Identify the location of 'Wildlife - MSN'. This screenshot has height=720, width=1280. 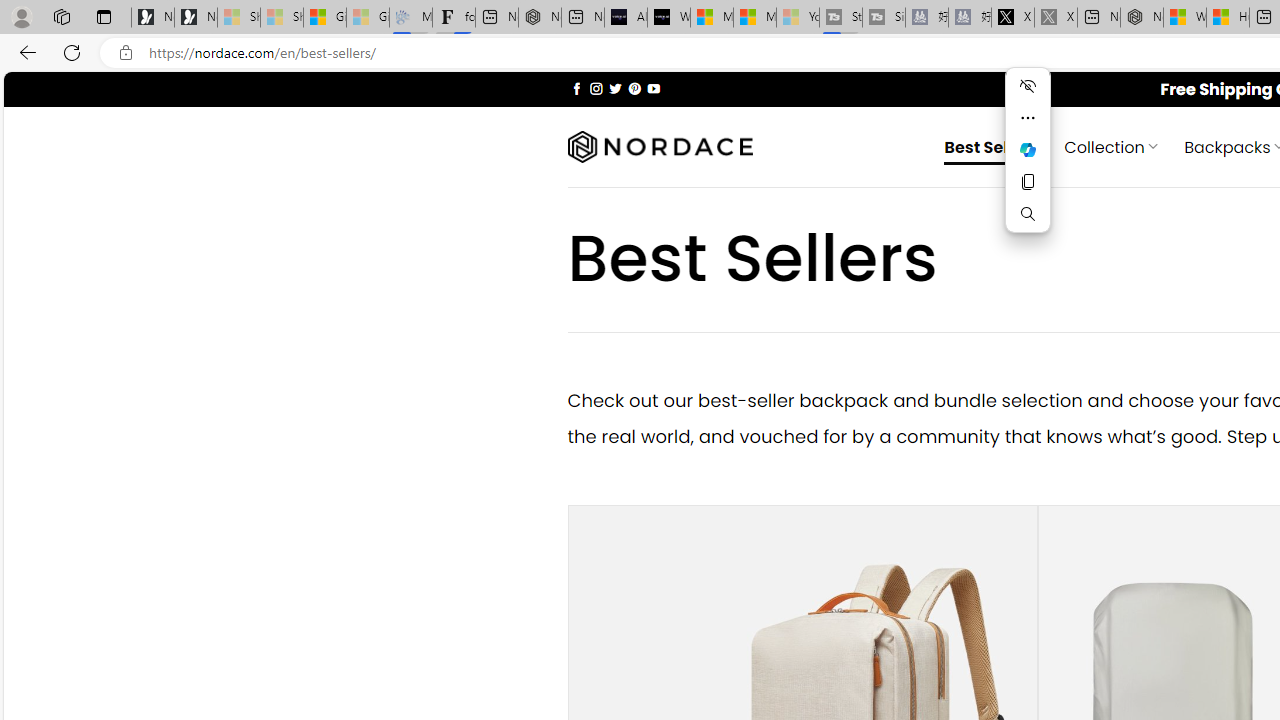
(1184, 17).